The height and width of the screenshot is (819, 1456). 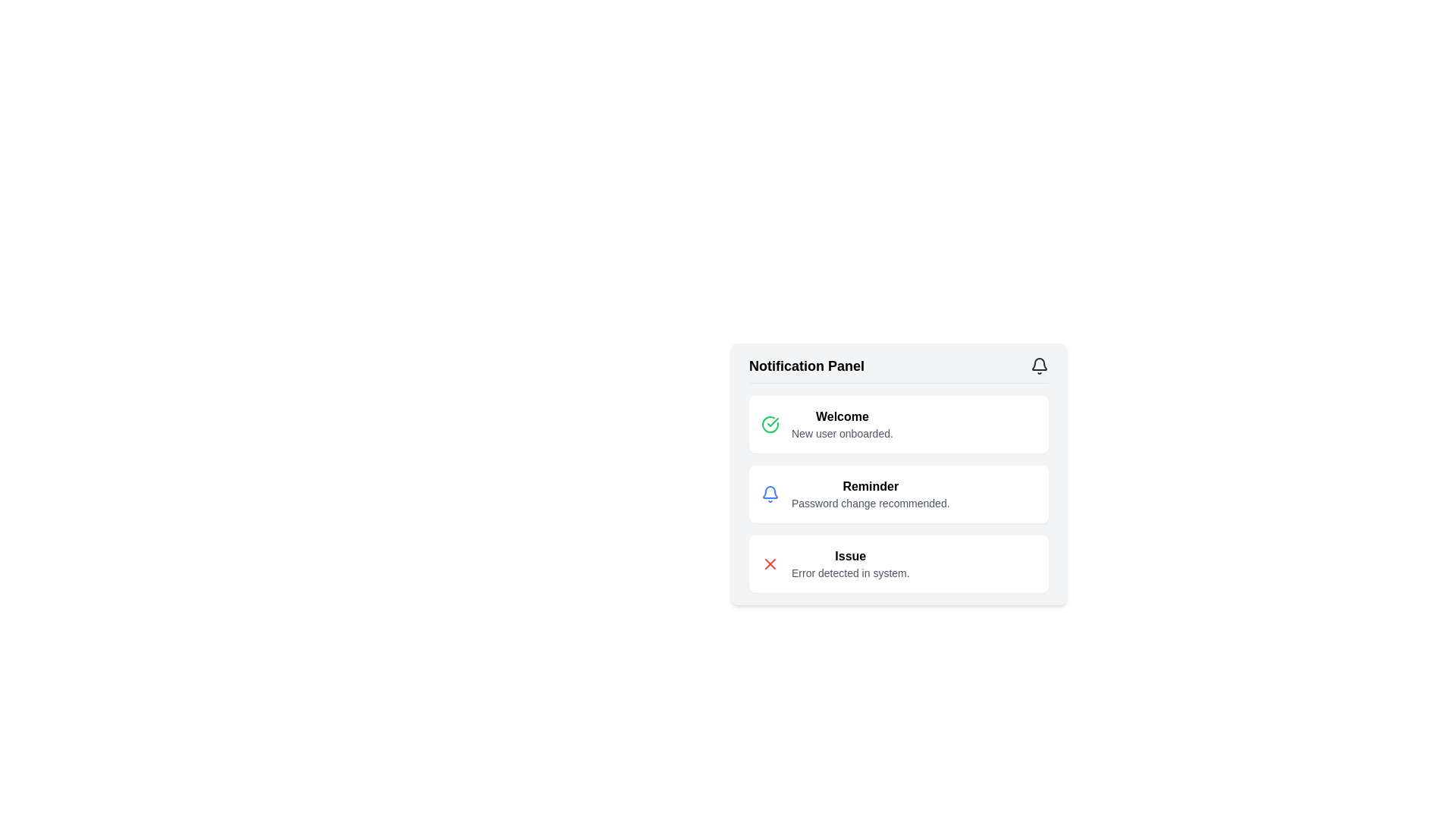 I want to click on the third notification item in the Notification Panel, which indicates an error with the bold text 'Issue' and smaller text 'Error detected in system.', so click(x=899, y=564).